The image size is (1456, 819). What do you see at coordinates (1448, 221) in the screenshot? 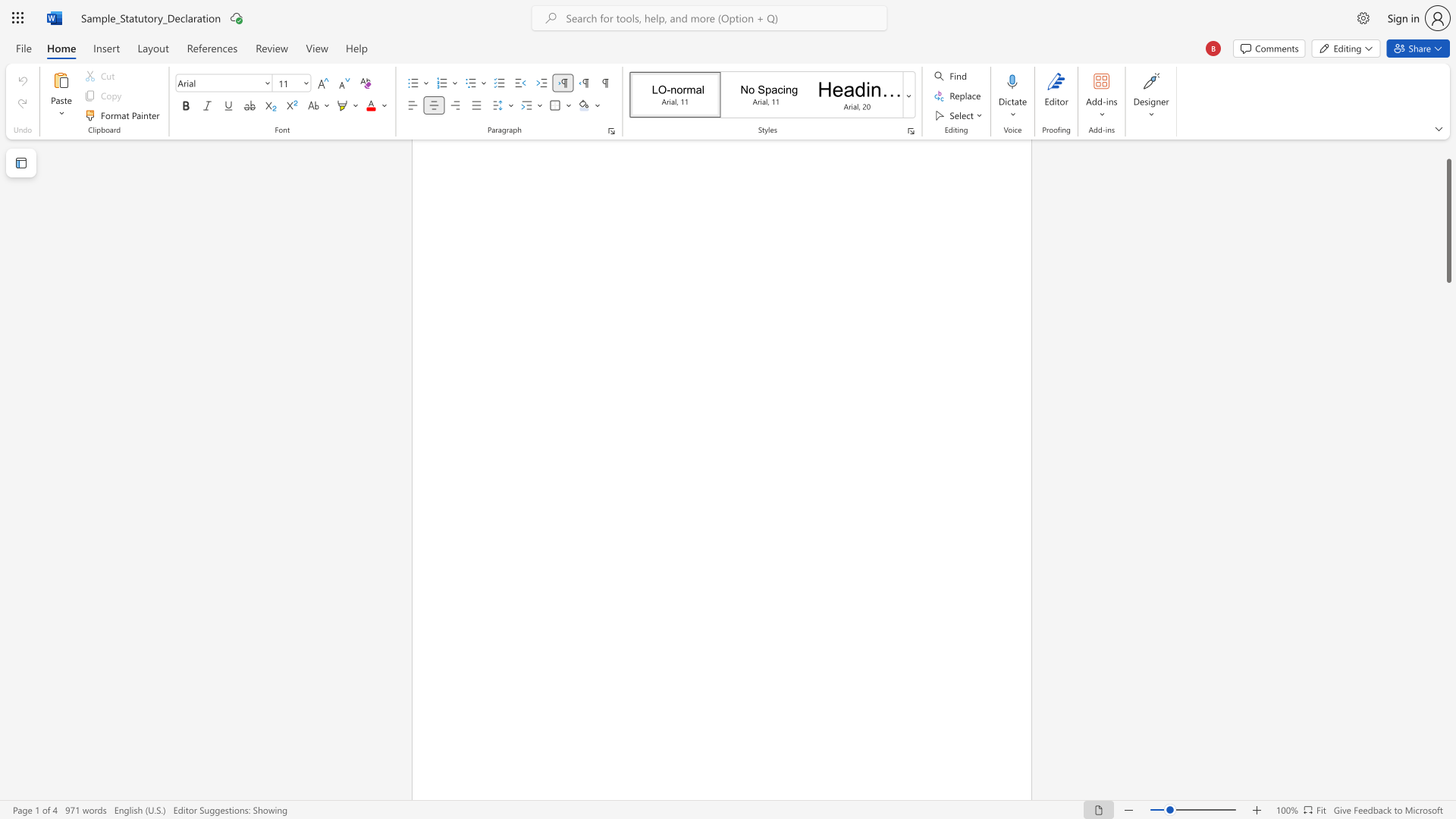
I see `the scrollbar and move down 3260 pixels` at bounding box center [1448, 221].